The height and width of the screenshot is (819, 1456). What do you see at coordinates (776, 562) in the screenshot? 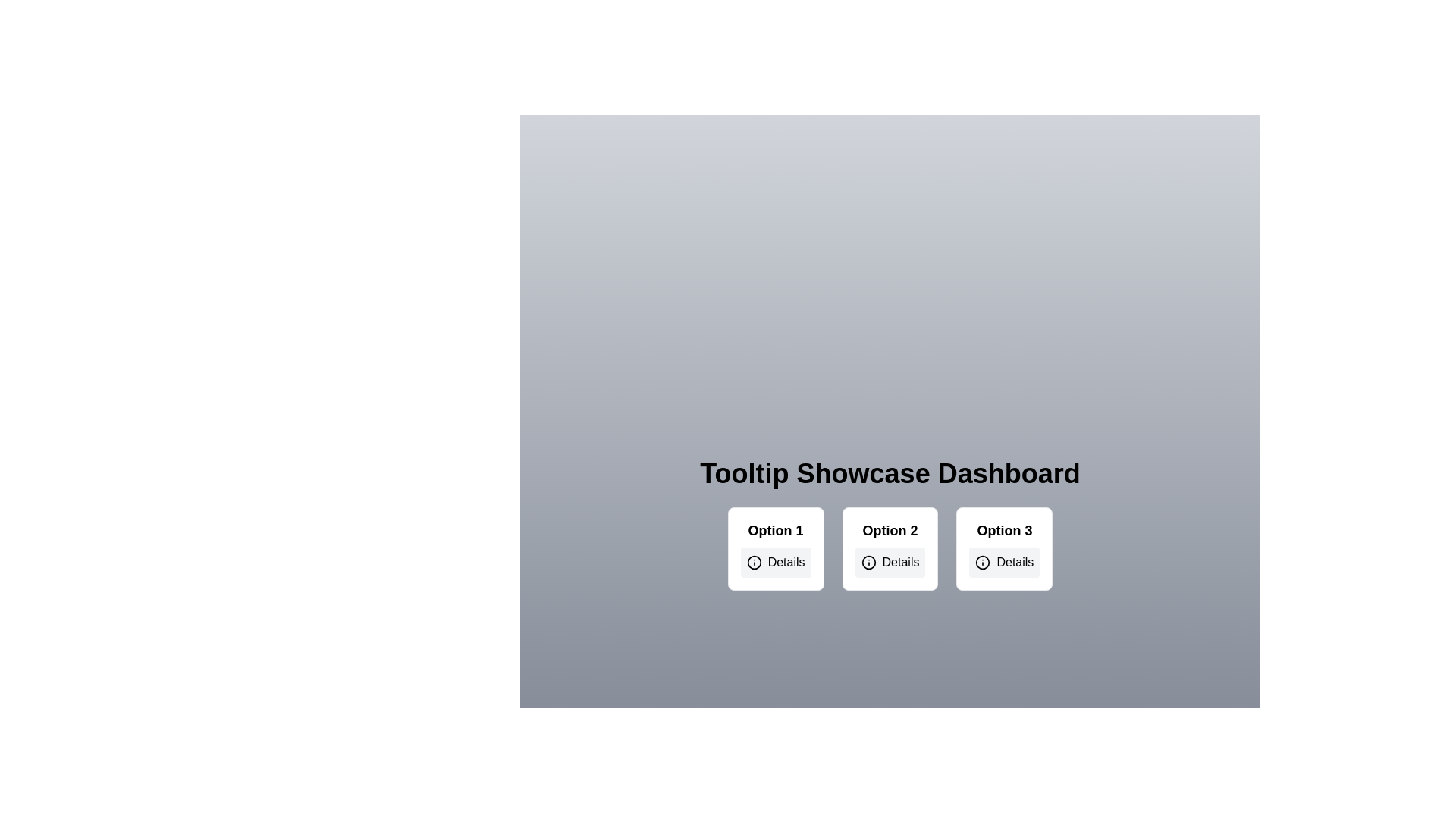
I see `the 'Details' button with an info icon located in the first box labeled 'Option 1'` at bounding box center [776, 562].